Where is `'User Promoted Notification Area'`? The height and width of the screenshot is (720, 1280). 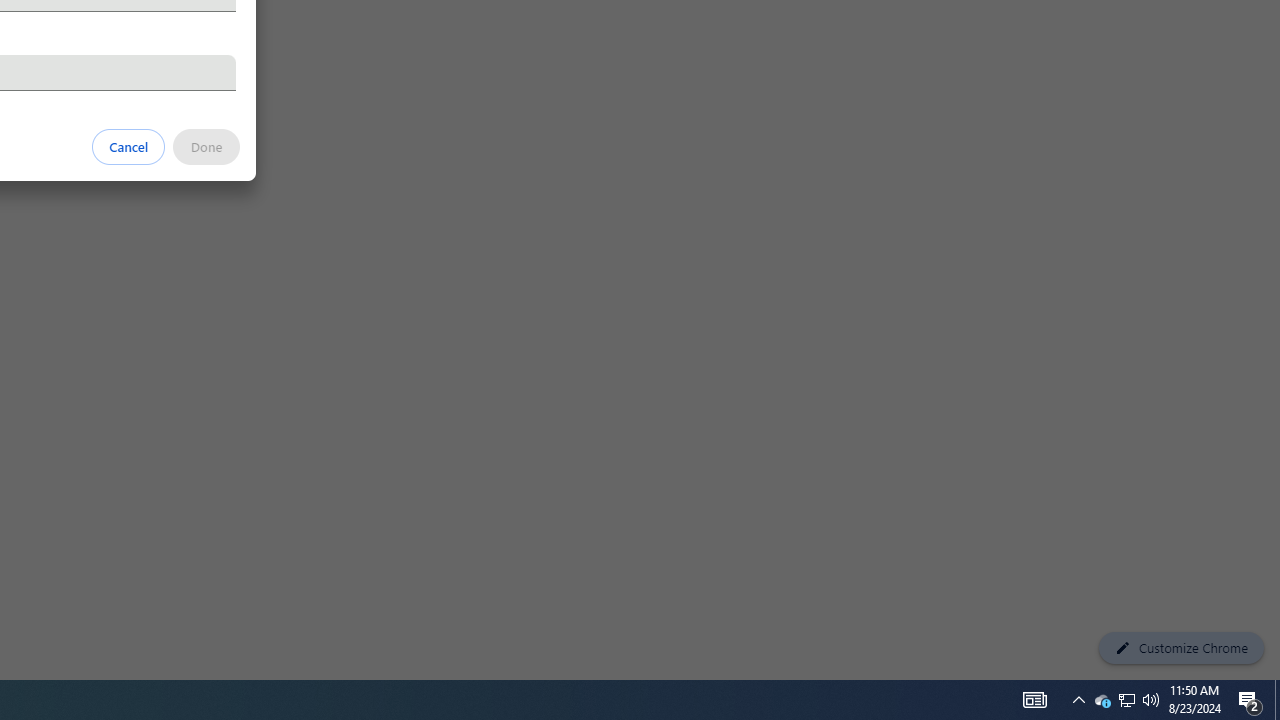 'User Promoted Notification Area' is located at coordinates (1127, 698).